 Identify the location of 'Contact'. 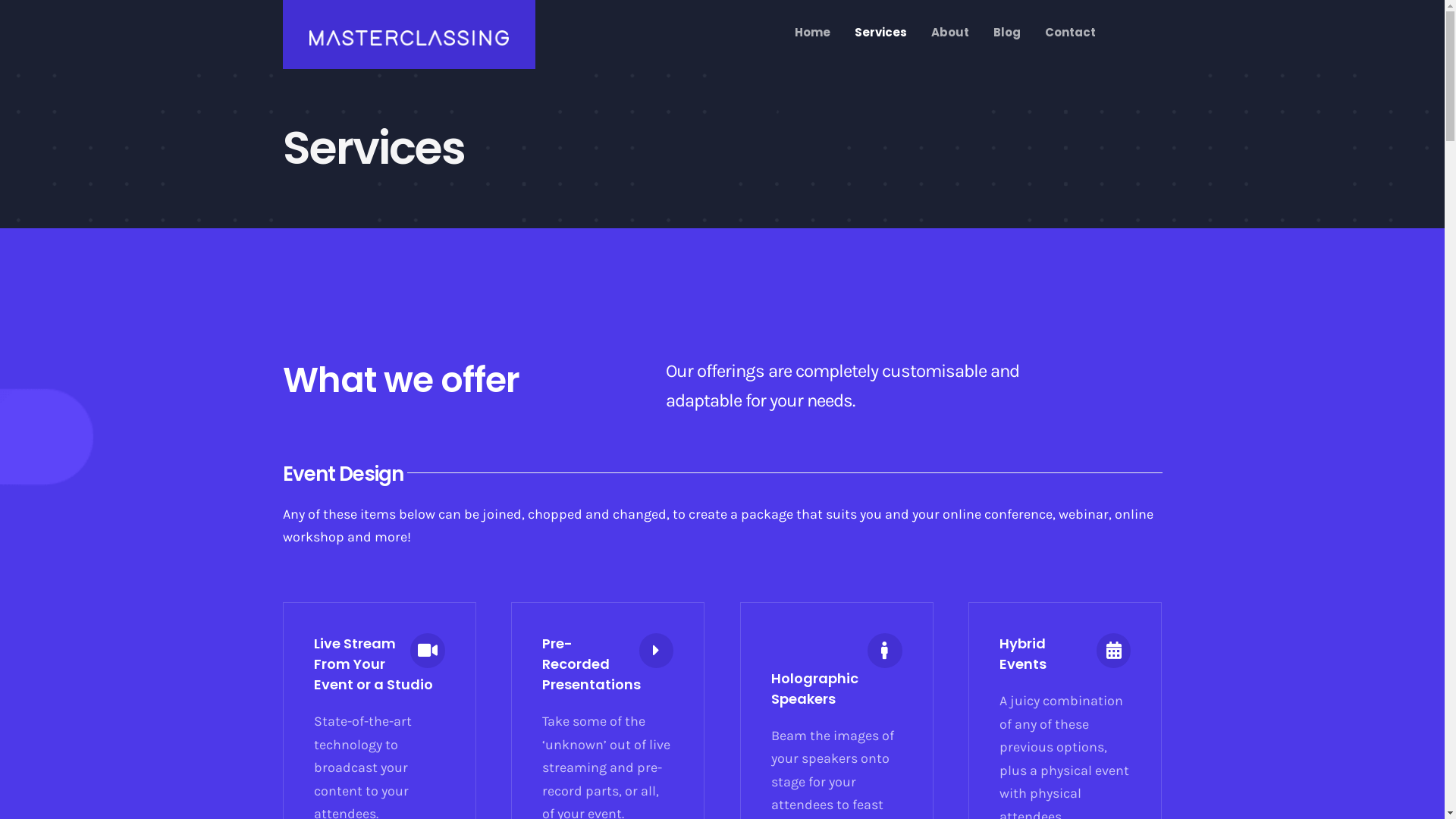
(1069, 32).